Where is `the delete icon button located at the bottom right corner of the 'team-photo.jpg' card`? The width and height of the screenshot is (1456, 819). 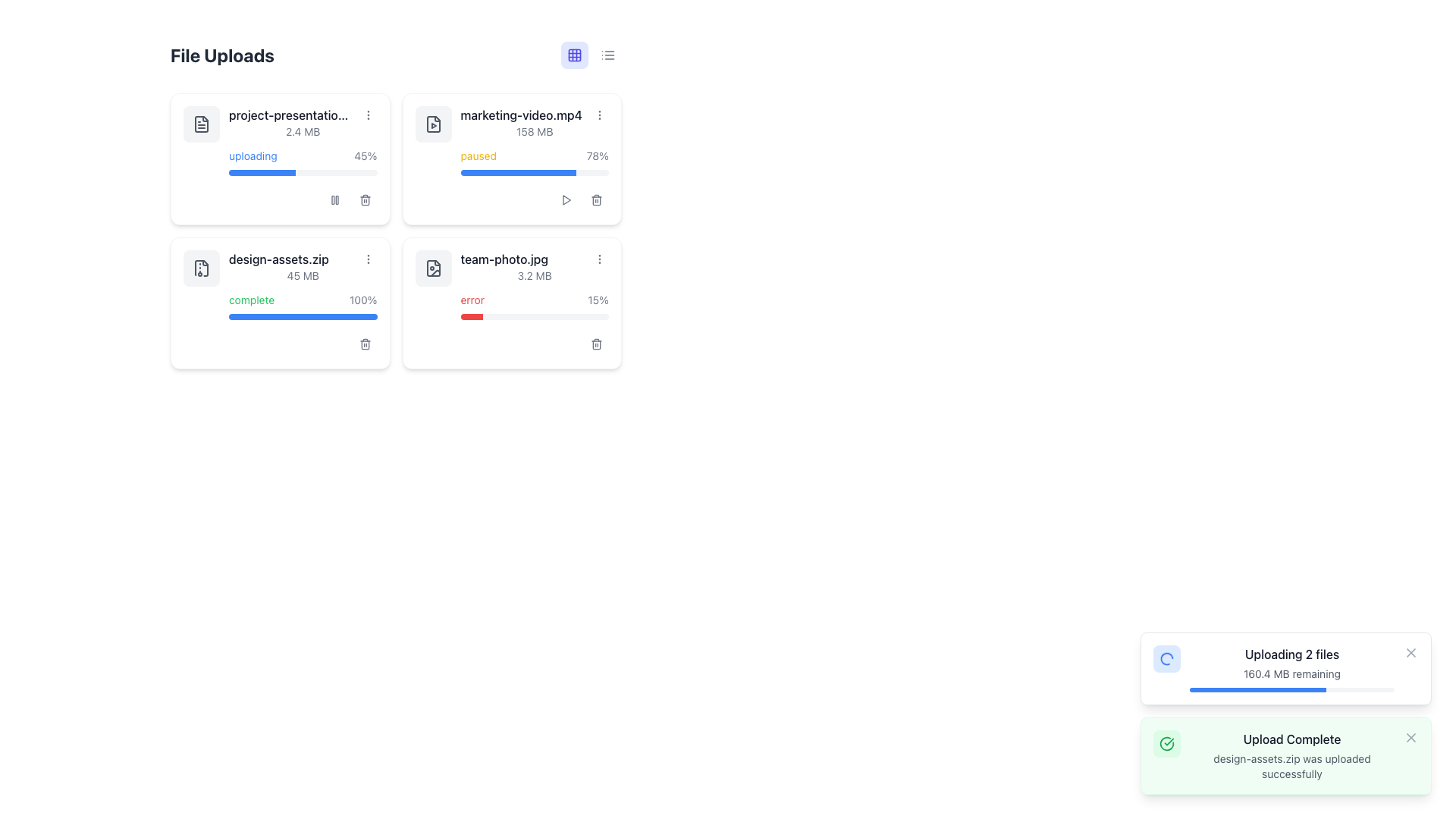
the delete icon button located at the bottom right corner of the 'team-photo.jpg' card is located at coordinates (596, 199).